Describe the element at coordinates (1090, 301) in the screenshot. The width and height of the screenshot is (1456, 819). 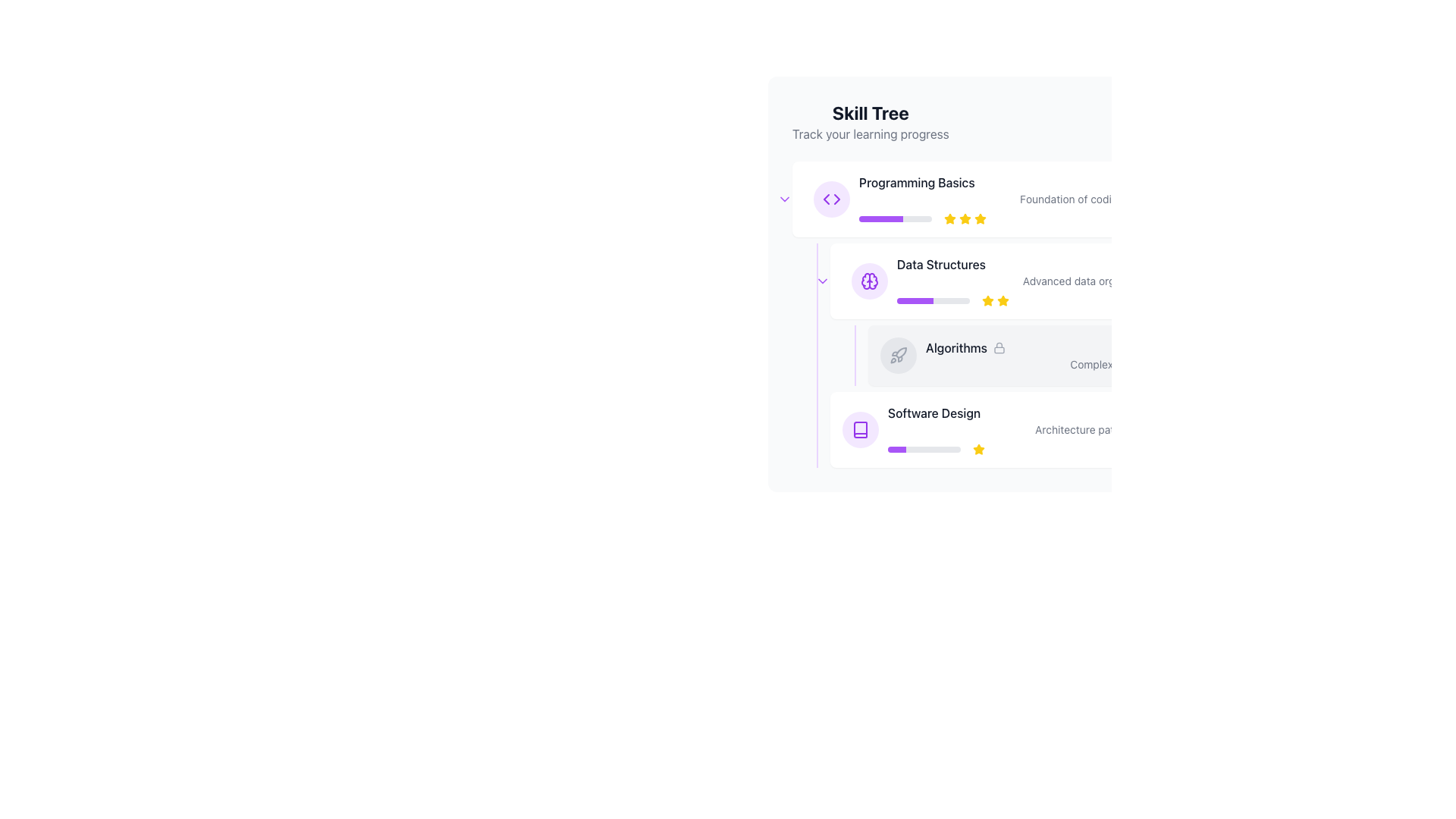
I see `the progress bar located in the 'Data Structures' section of the skill tree interface to jump to details` at that location.